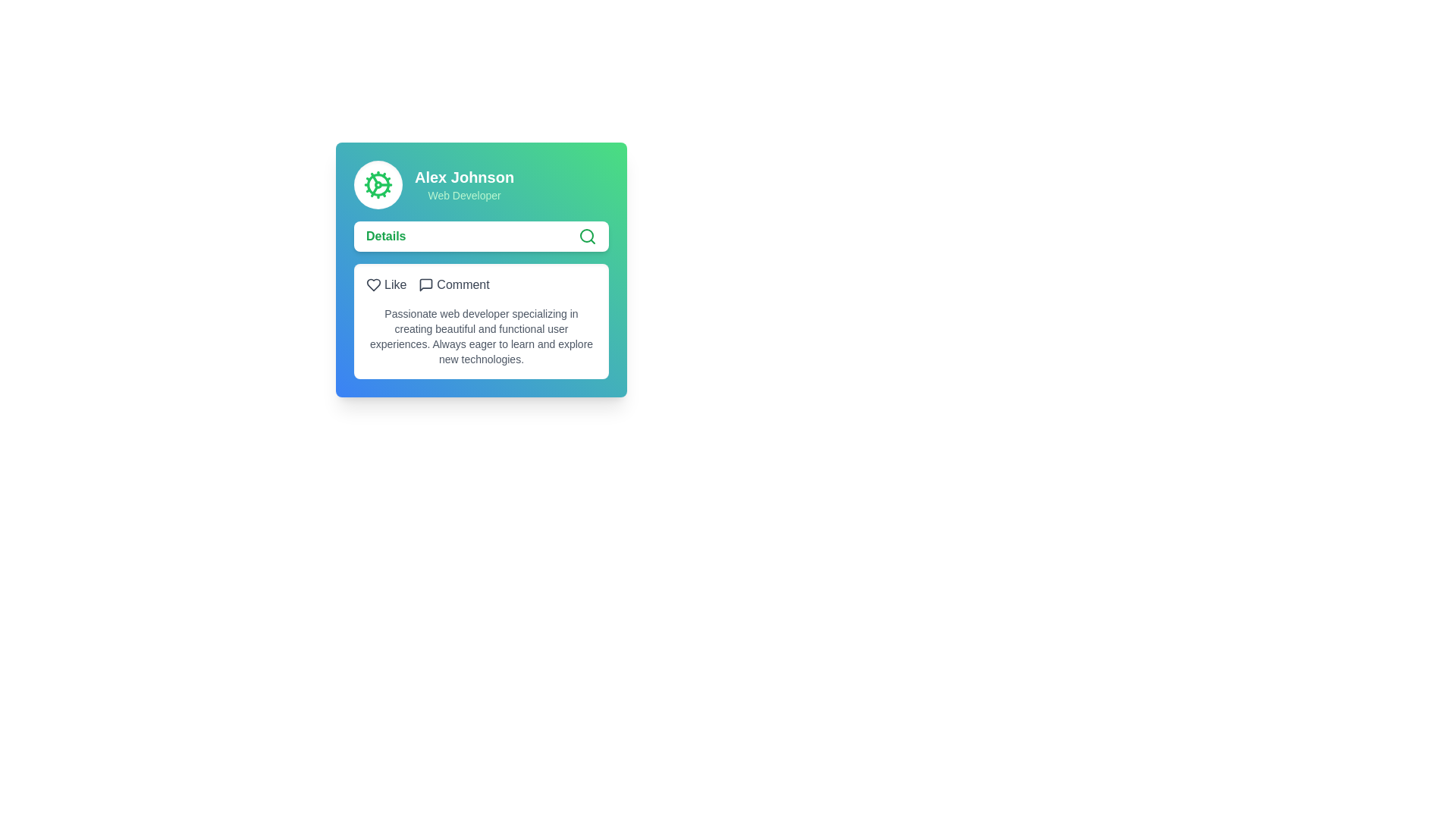 The height and width of the screenshot is (819, 1456). Describe the element at coordinates (585, 236) in the screenshot. I see `the circular part of the magnifying glass icon, which is styled with a thin line and located near the upper right corner of the white search bar below the 'Details' user profile section` at that location.